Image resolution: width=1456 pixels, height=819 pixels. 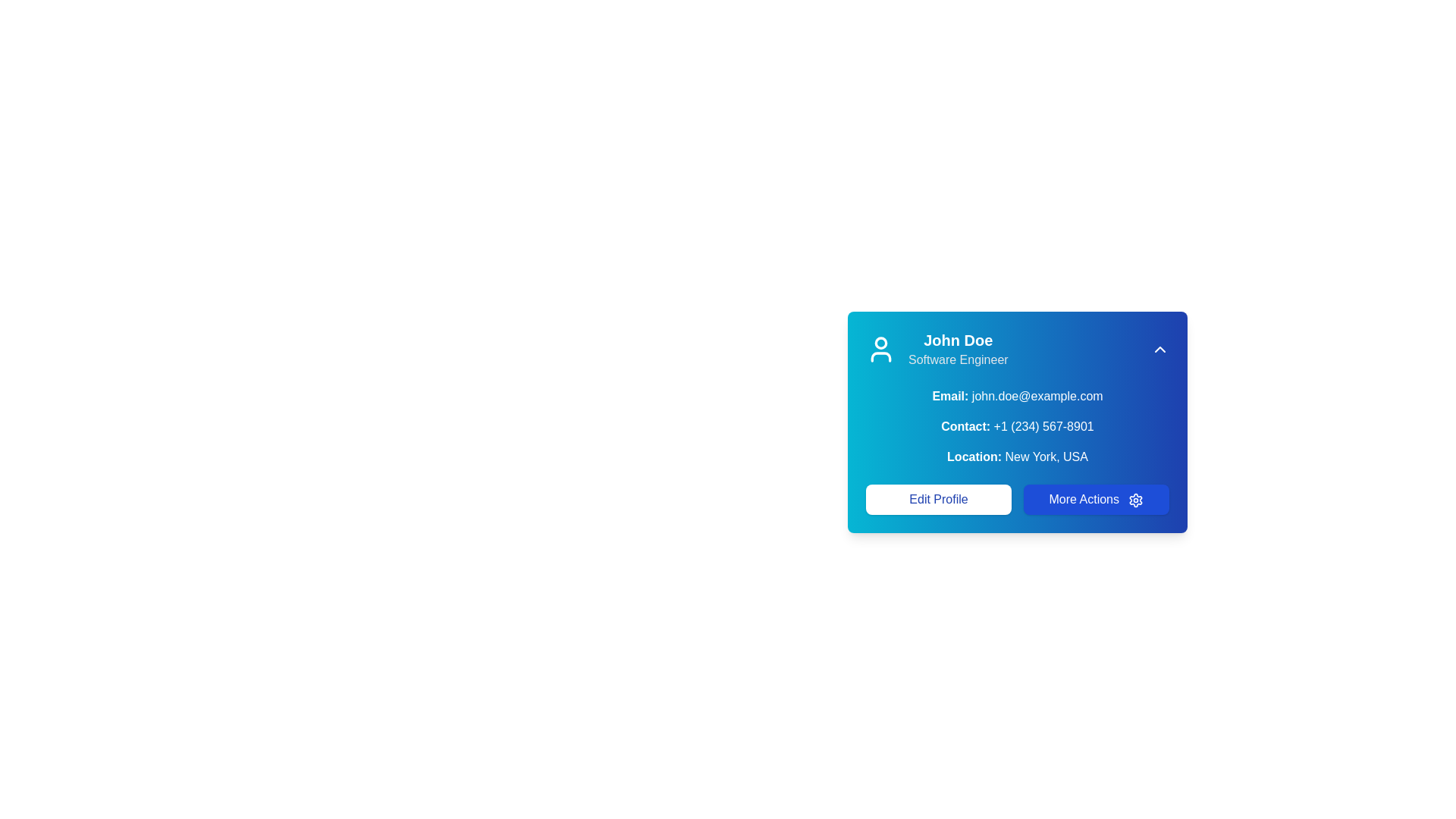 What do you see at coordinates (1018, 396) in the screenshot?
I see `email information displayed in the static text label that shows 'Email: john.doe@example.com', which is styled in white font on a blue gradient background card` at bounding box center [1018, 396].